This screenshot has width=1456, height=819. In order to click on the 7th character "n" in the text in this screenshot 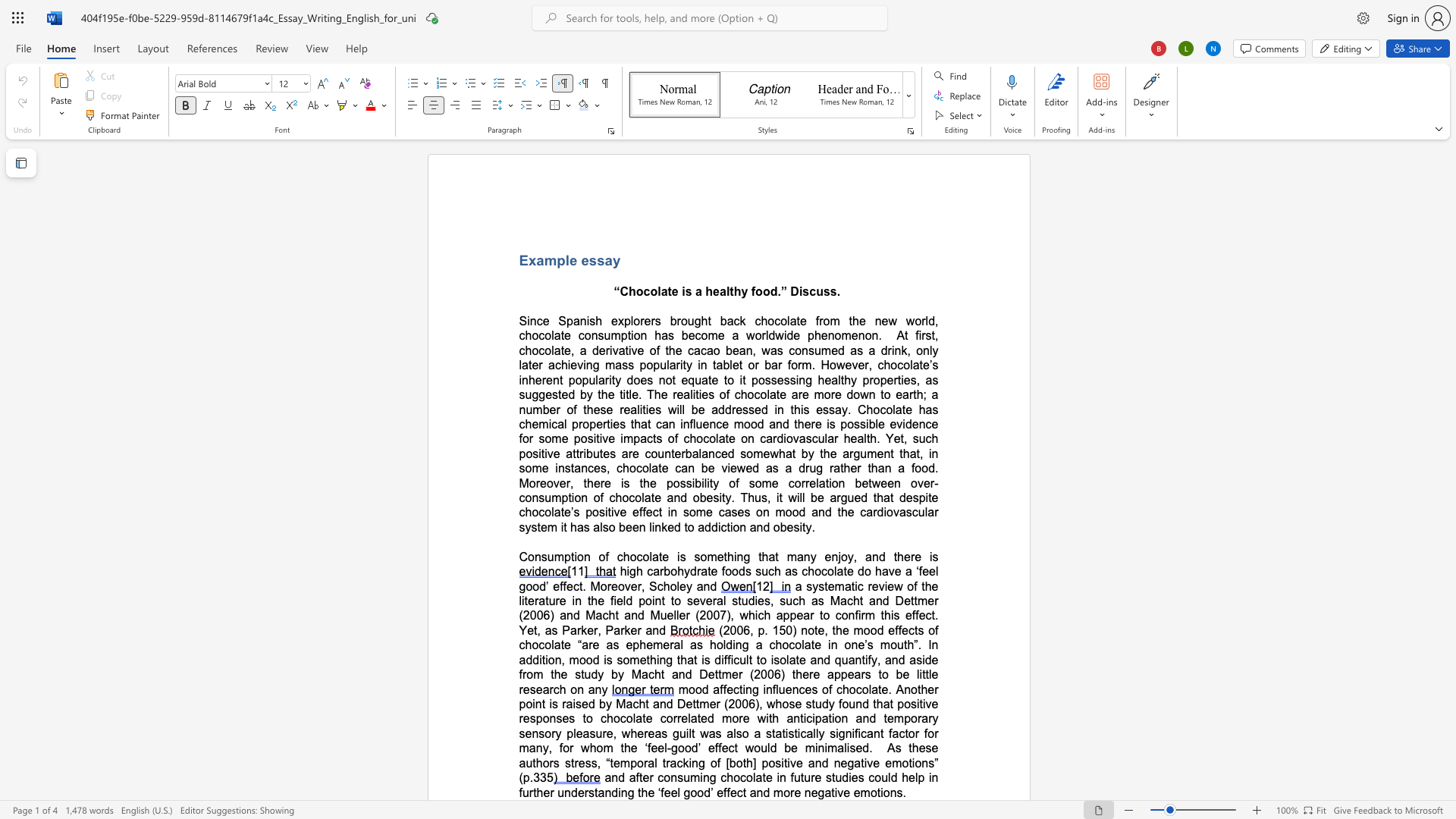, I will do `click(840, 483)`.